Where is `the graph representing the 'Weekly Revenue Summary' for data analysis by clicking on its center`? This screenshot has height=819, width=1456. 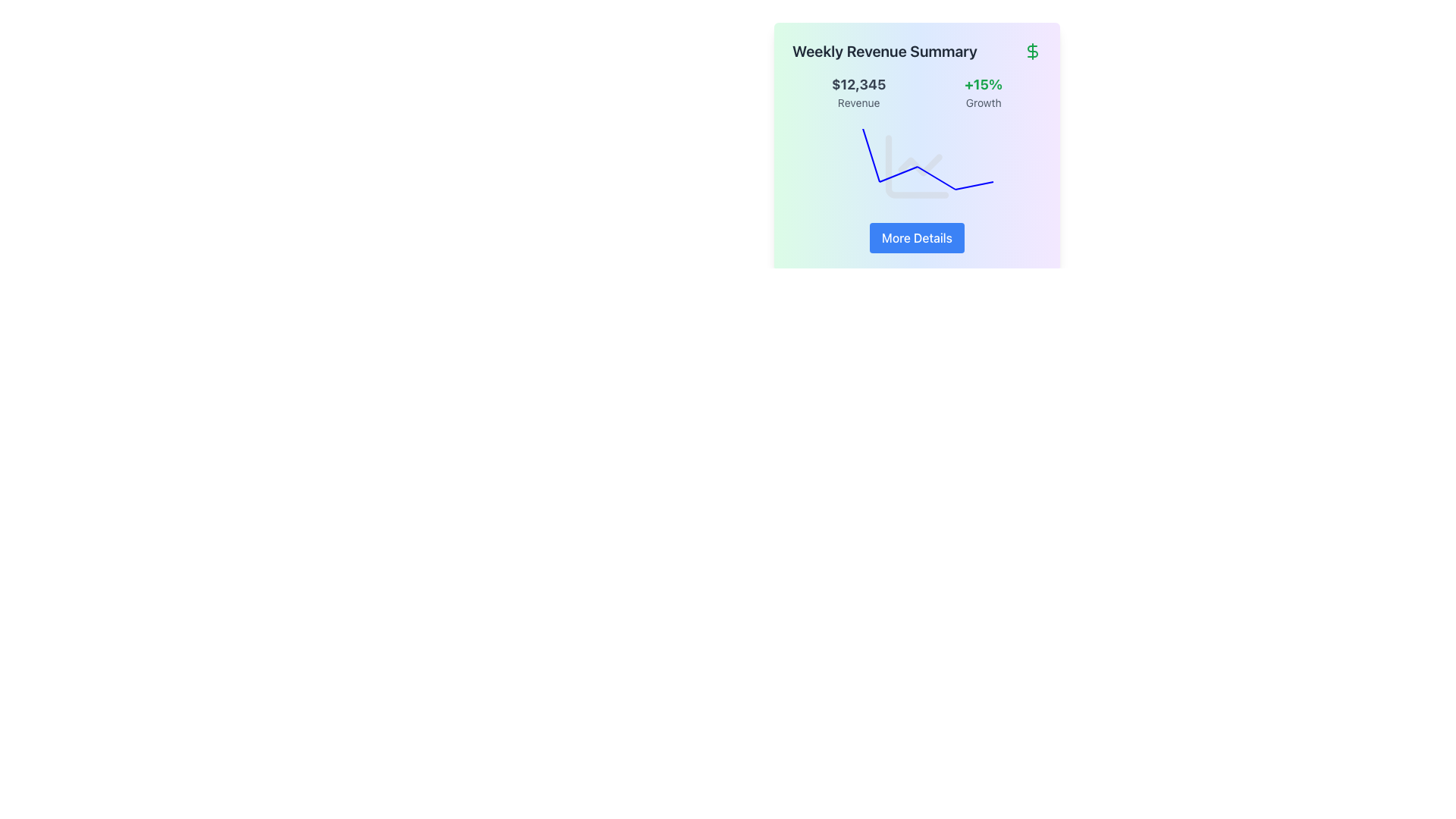 the graph representing the 'Weekly Revenue Summary' for data analysis by clicking on its center is located at coordinates (916, 166).